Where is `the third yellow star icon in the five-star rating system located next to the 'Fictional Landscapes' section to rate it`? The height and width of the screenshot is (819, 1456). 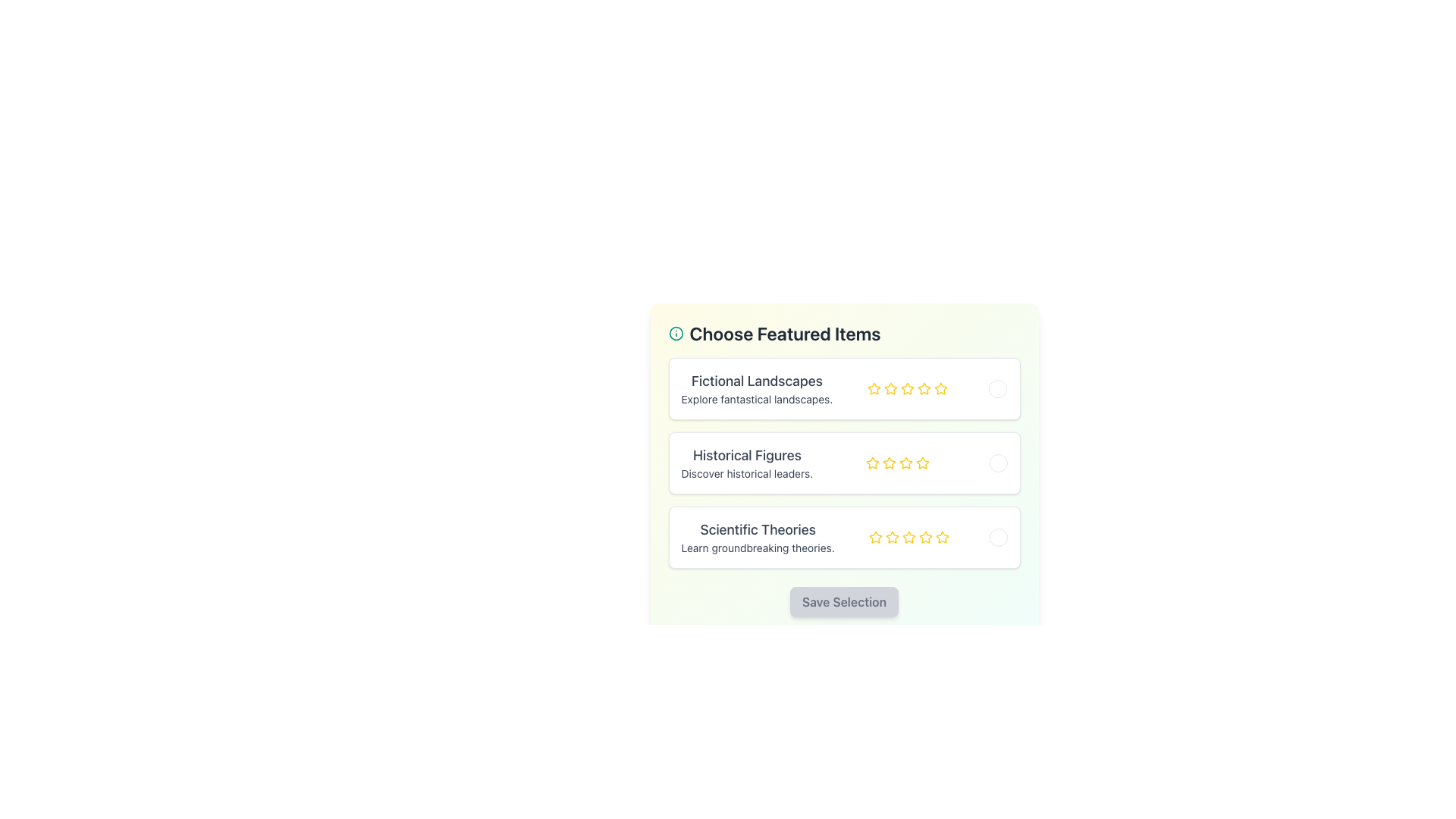 the third yellow star icon in the five-star rating system located next to the 'Fictional Landscapes' section to rate it is located at coordinates (924, 388).